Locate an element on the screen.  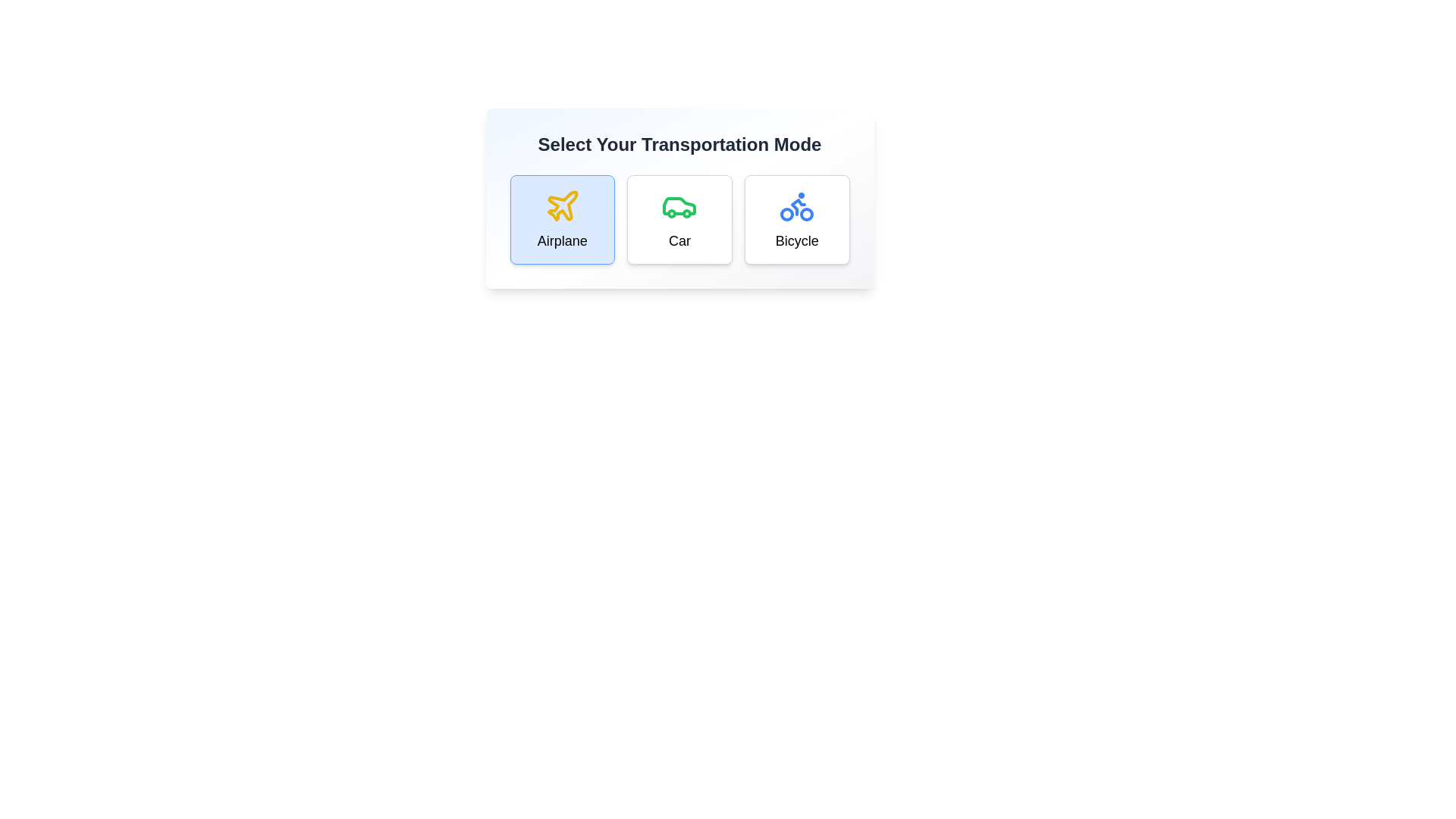
the left wheel of the bicycle icon, which is part of the 'Bicycle' button is located at coordinates (787, 214).